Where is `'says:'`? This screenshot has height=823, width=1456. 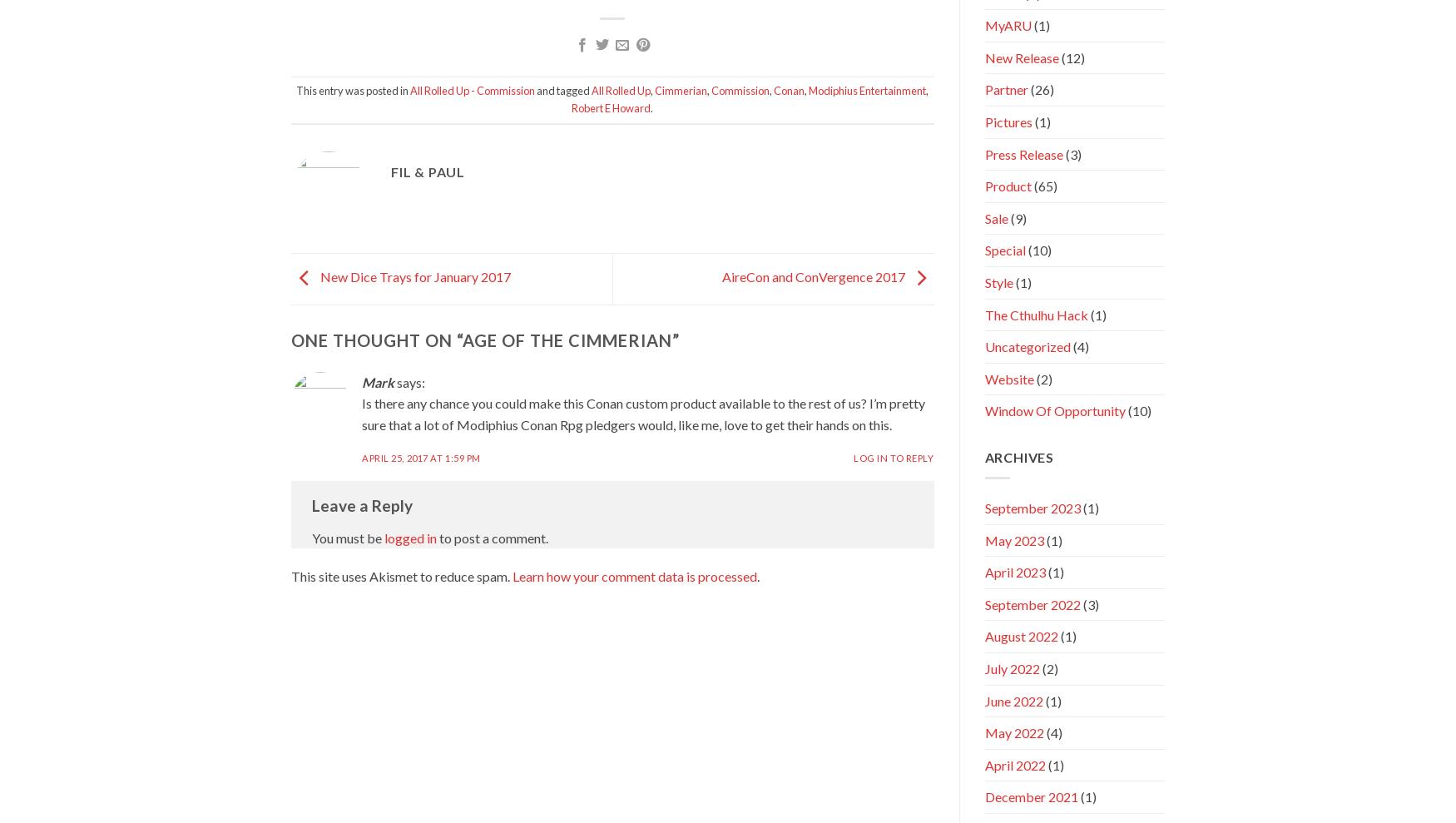
'says:' is located at coordinates (411, 380).